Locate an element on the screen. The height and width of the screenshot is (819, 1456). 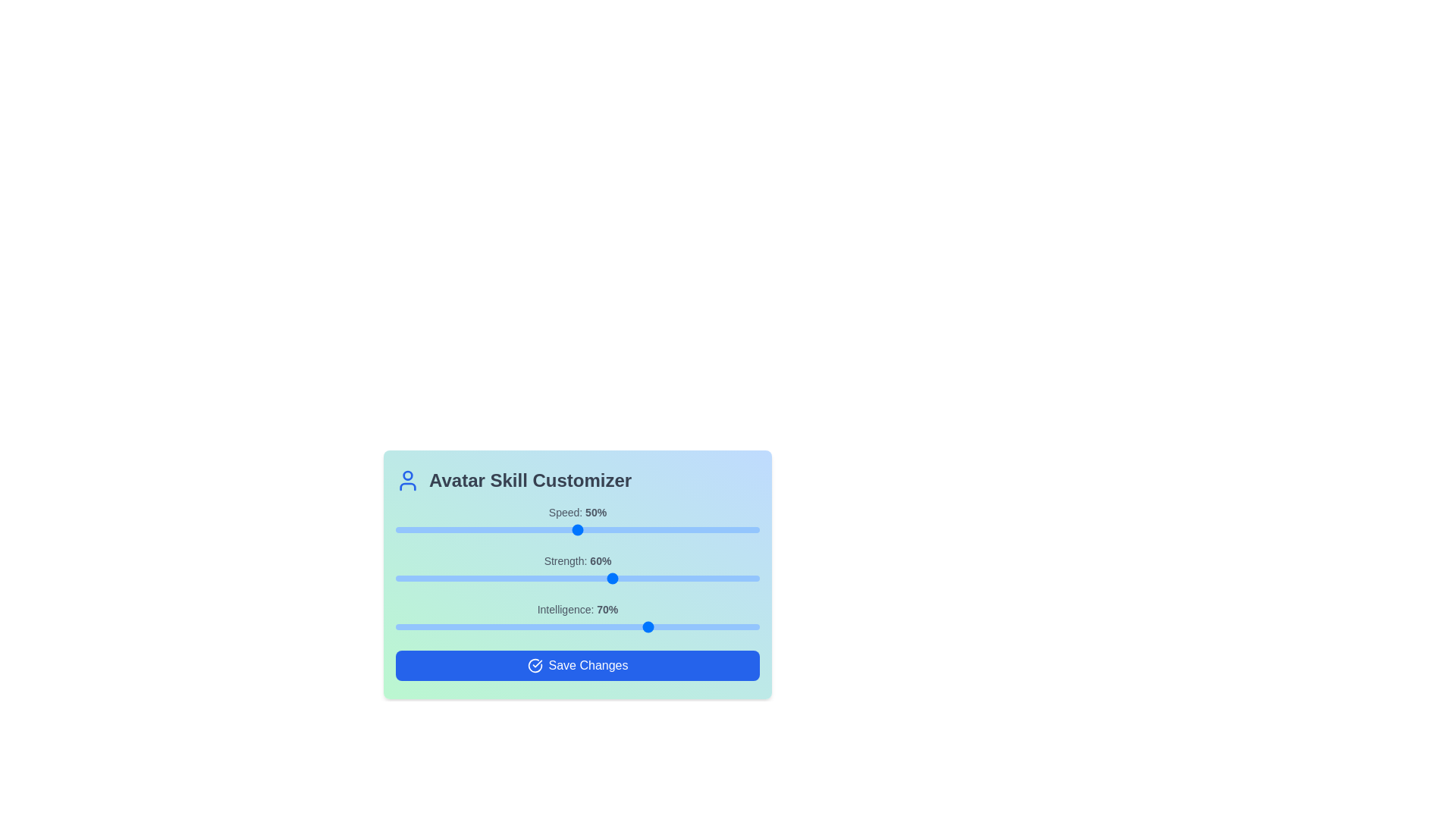
the text label displaying the percentage value of the 'Speed' attribute in the Avatar Skill Customizer interface is located at coordinates (595, 512).